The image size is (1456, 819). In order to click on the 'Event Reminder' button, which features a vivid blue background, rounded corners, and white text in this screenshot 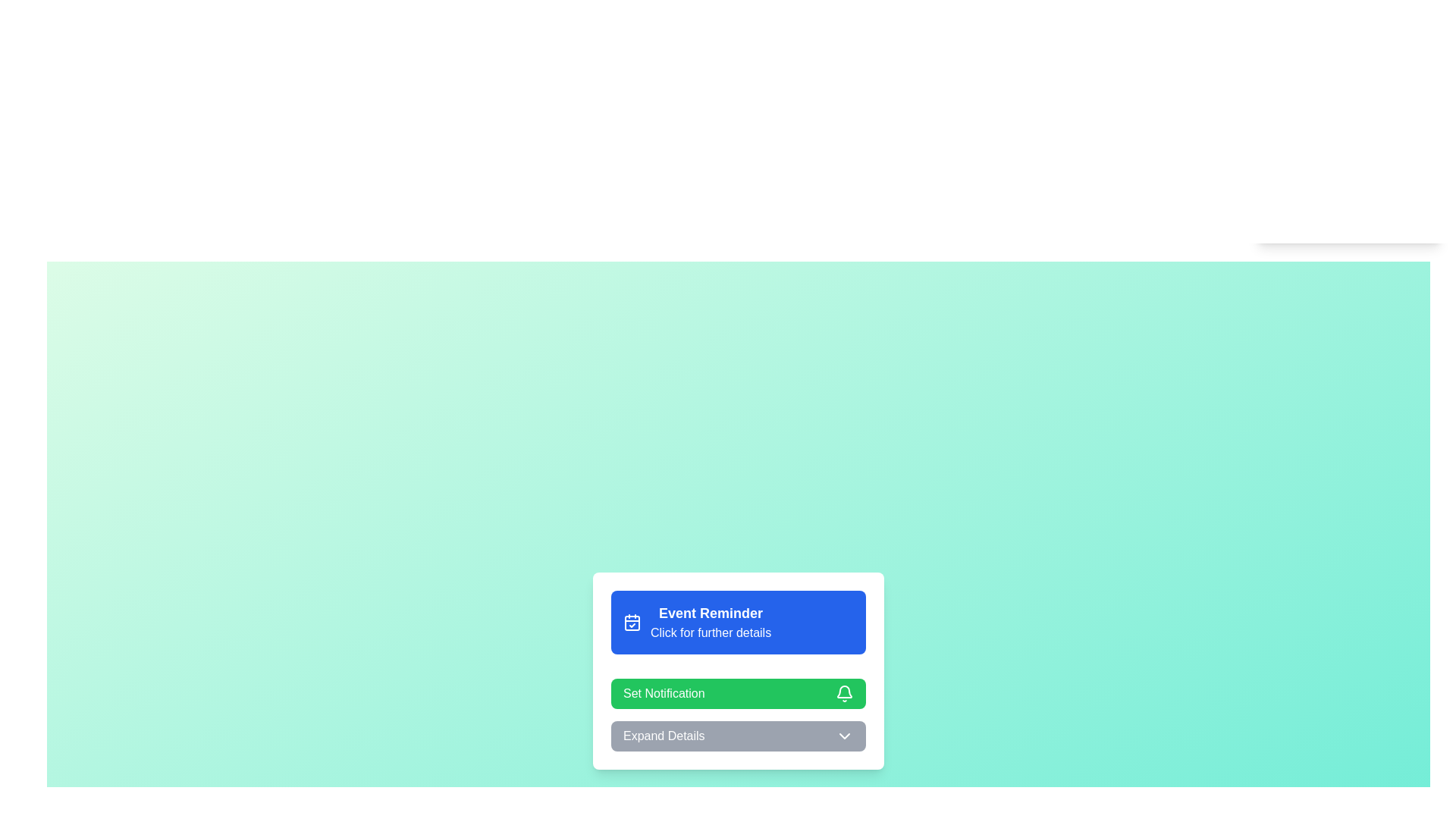, I will do `click(739, 623)`.